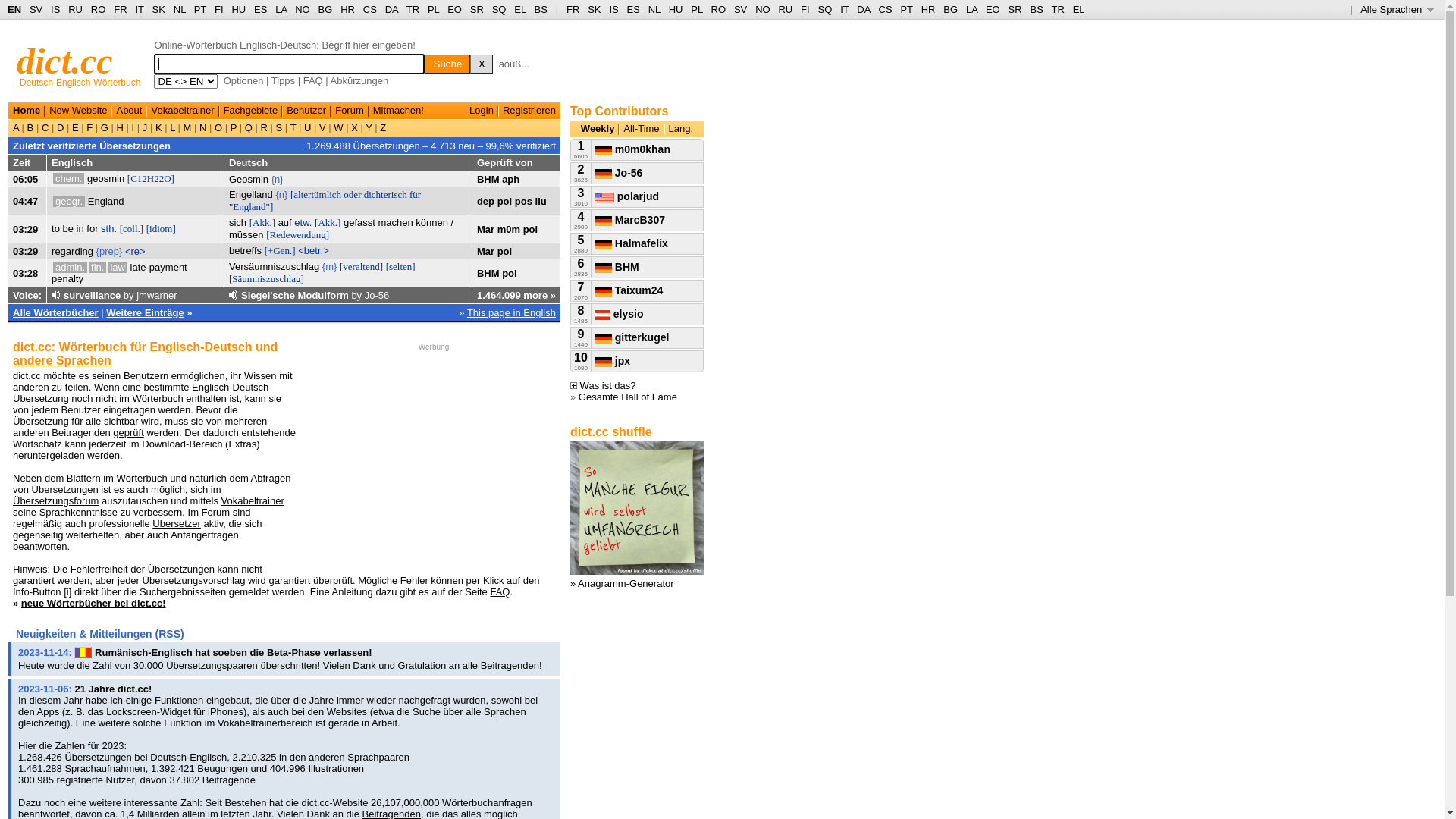 This screenshot has height=819, width=1456. What do you see at coordinates (491, 9) in the screenshot?
I see `'SQ'` at bounding box center [491, 9].